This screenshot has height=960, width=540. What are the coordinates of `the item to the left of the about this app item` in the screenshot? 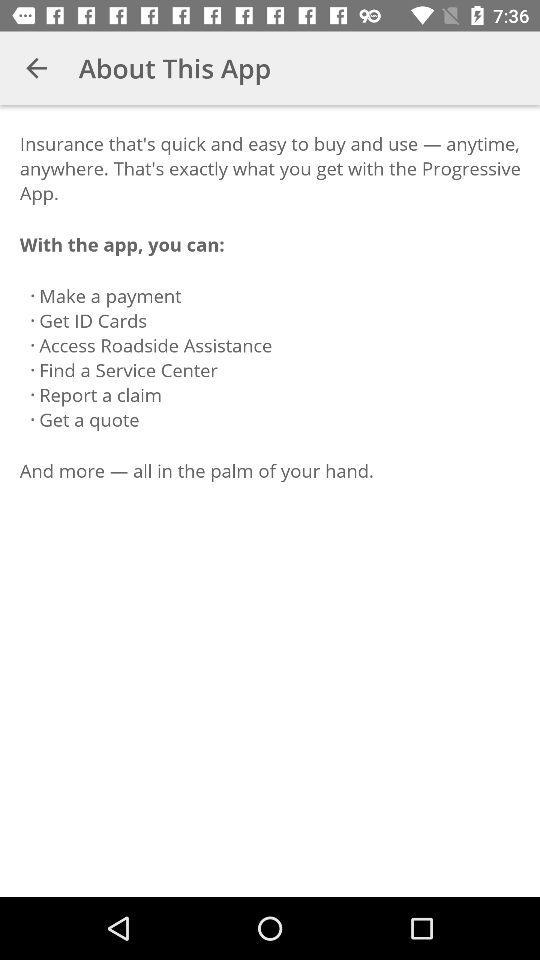 It's located at (36, 68).